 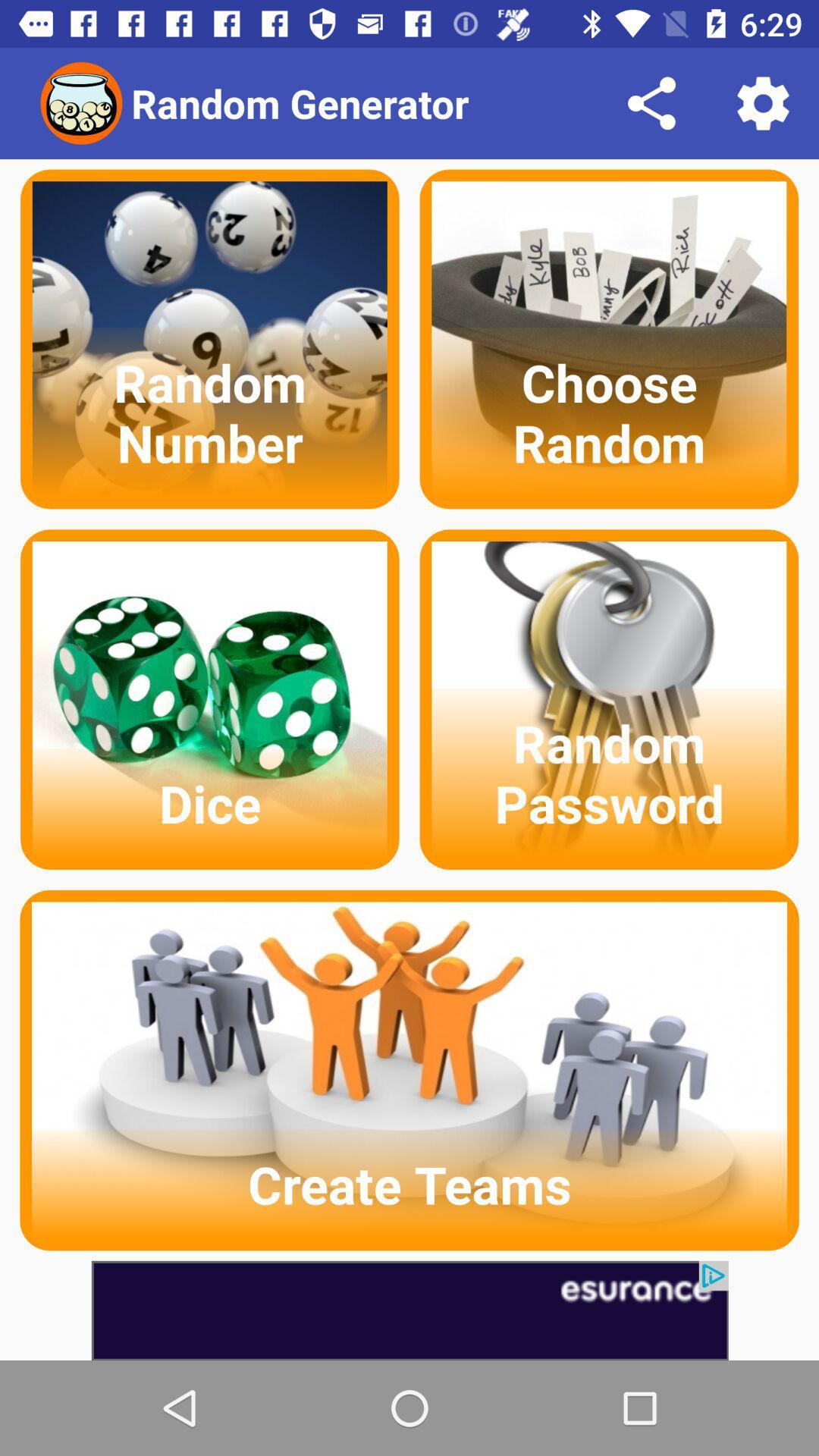 What do you see at coordinates (409, 1310) in the screenshot?
I see `open advertisement` at bounding box center [409, 1310].